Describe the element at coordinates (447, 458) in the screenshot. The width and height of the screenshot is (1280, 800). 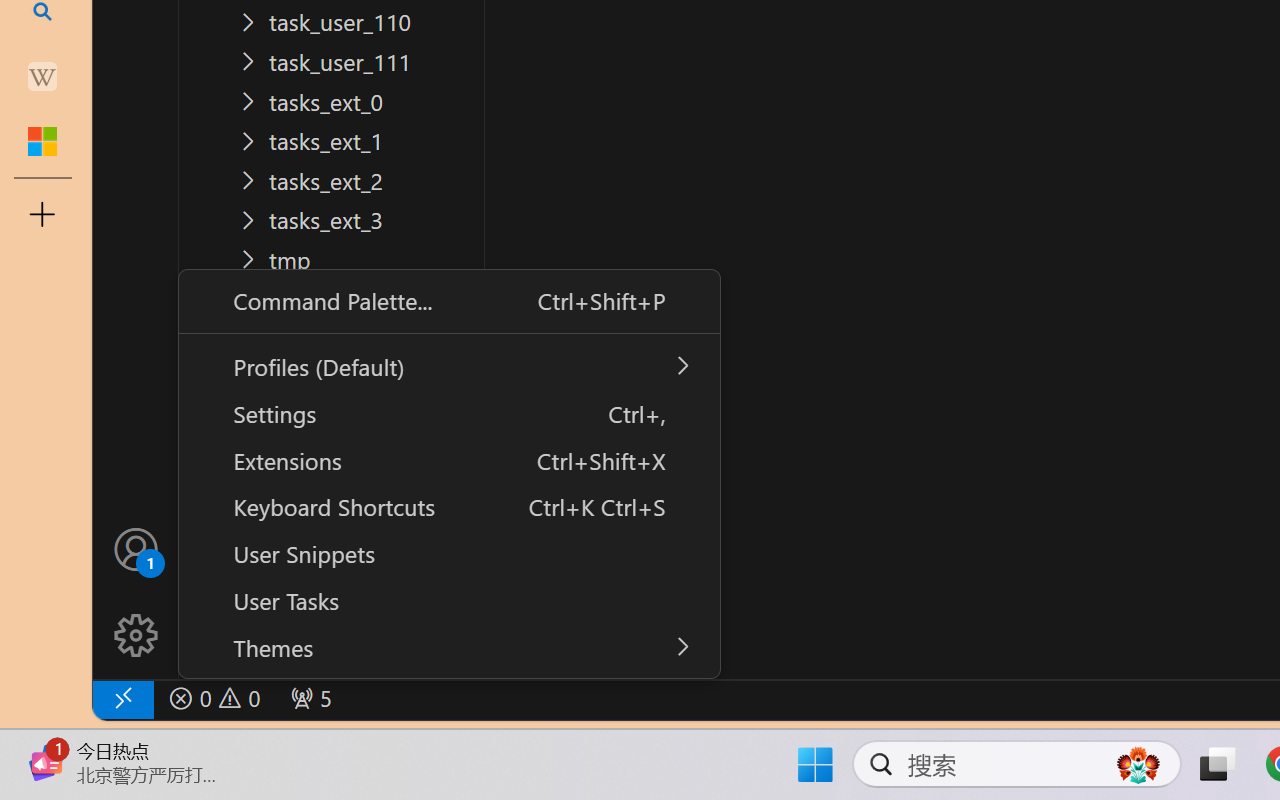
I see `'Extensions Ctrl+Shift+X'` at that location.